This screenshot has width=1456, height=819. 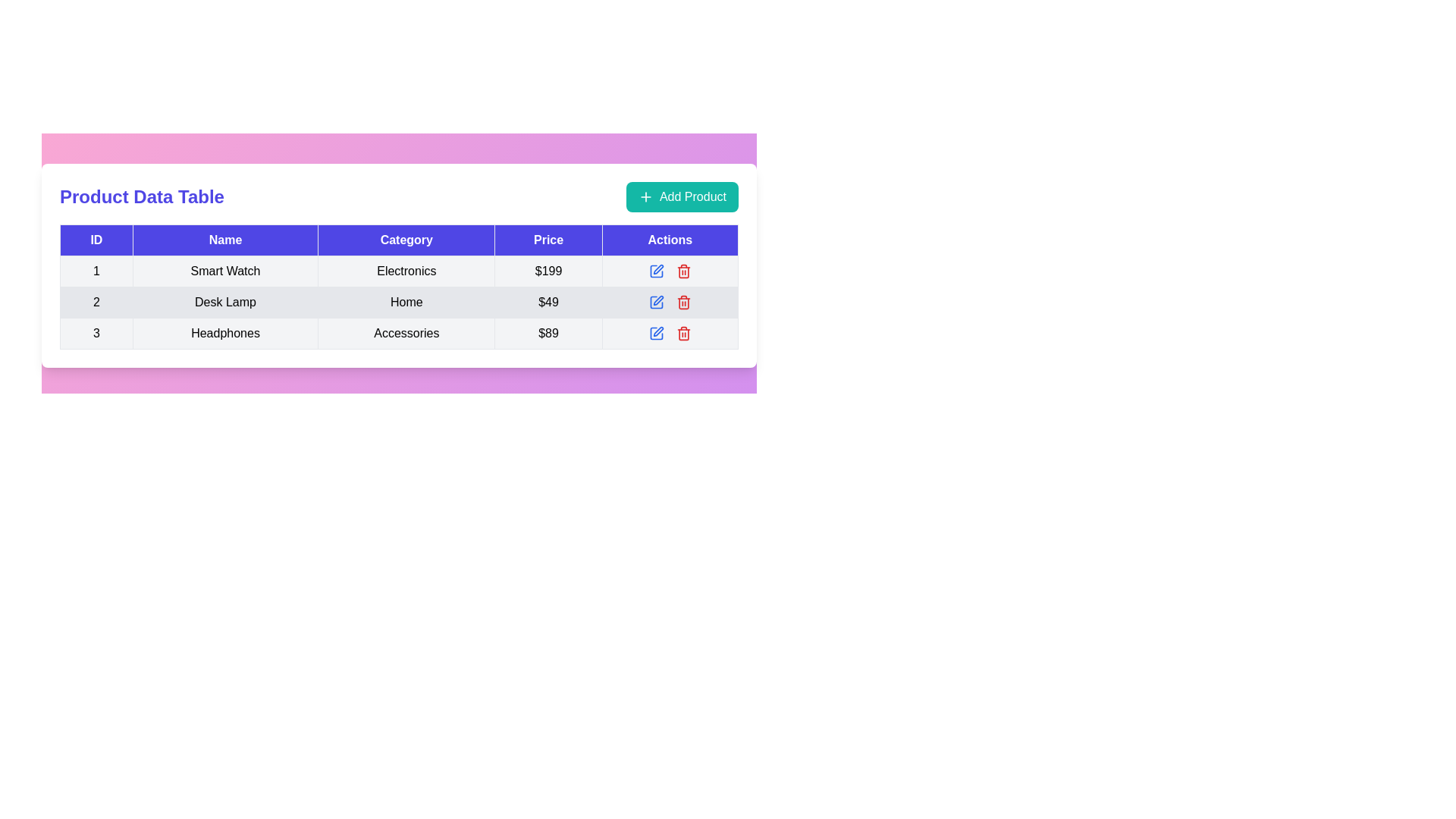 What do you see at coordinates (658, 268) in the screenshot?
I see `the pen-like icon in the action button group within the third row of the 'Actions' column to initiate edit mode` at bounding box center [658, 268].